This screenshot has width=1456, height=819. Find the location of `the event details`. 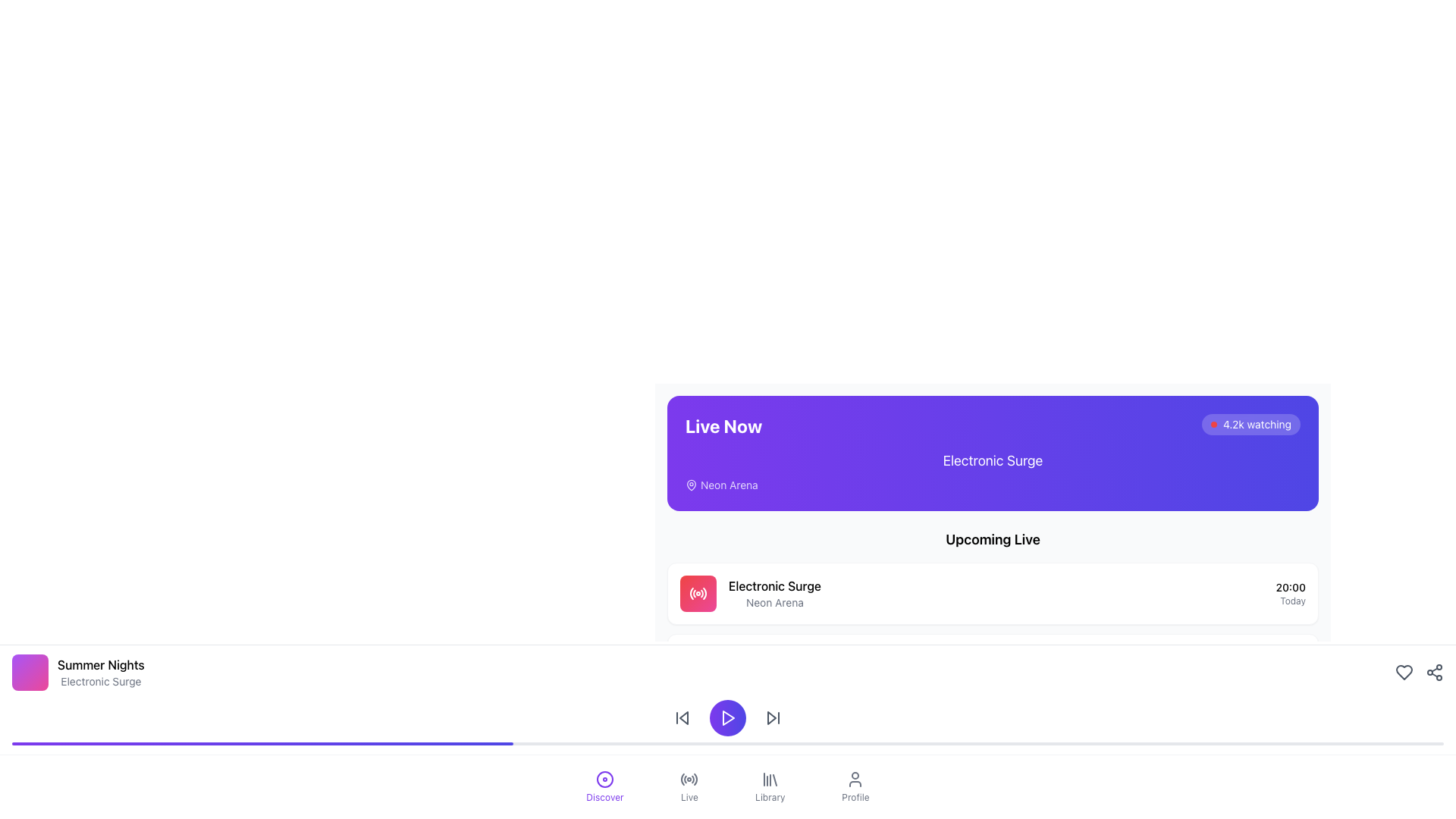

the event details is located at coordinates (775, 593).